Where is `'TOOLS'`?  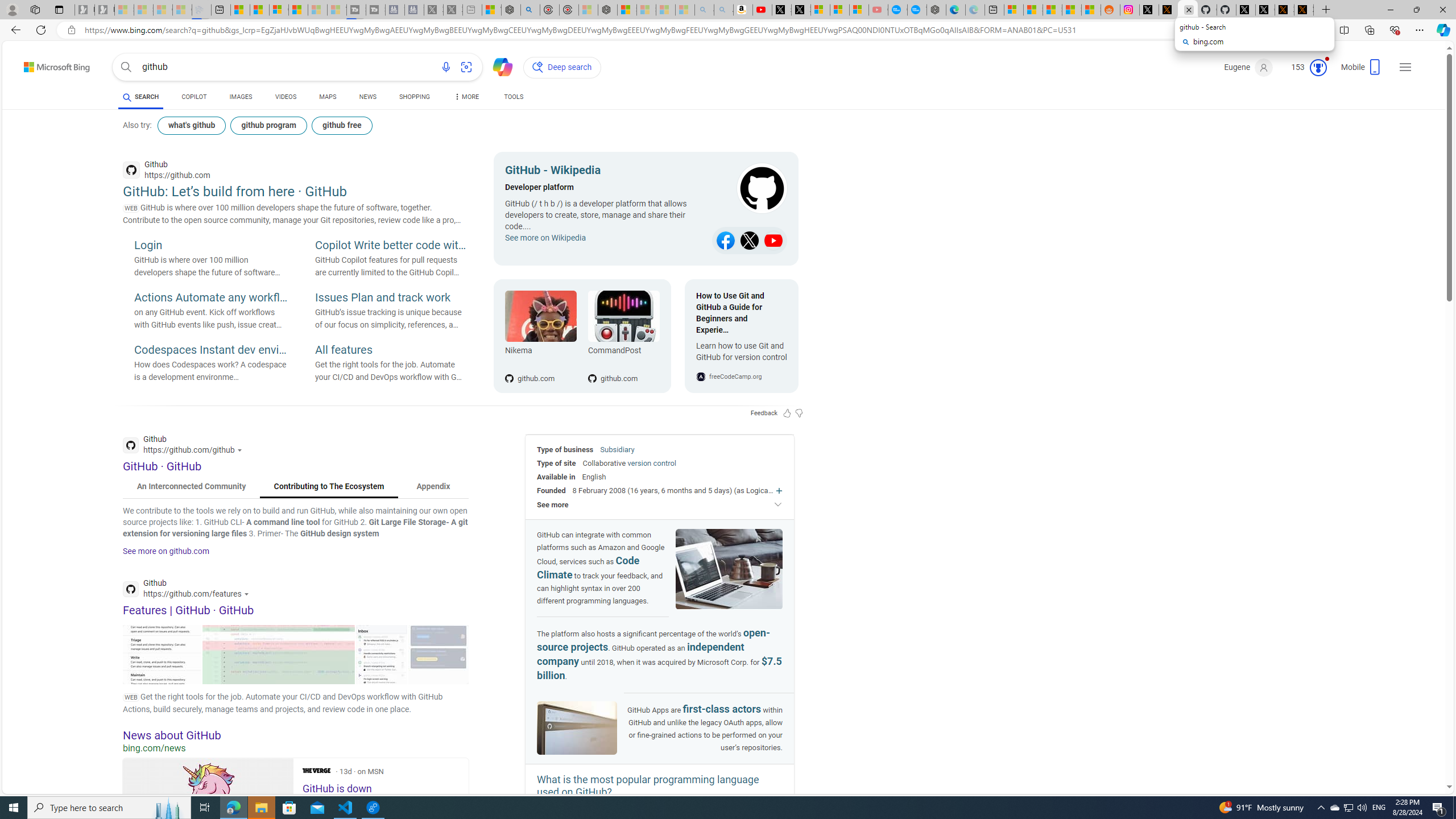 'TOOLS' is located at coordinates (512, 96).